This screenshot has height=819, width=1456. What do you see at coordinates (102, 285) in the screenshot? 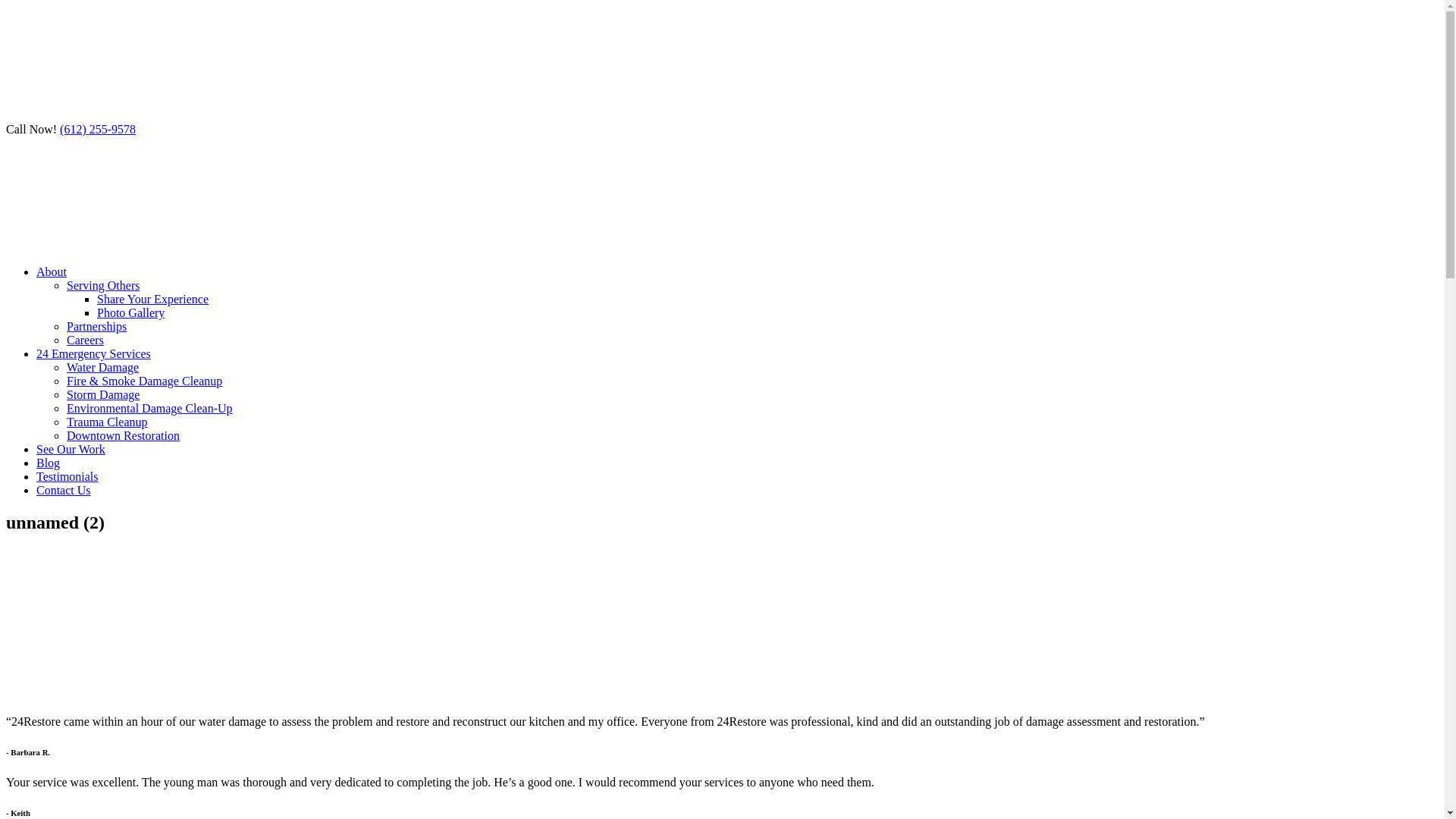
I see `'Serving Others'` at bounding box center [102, 285].